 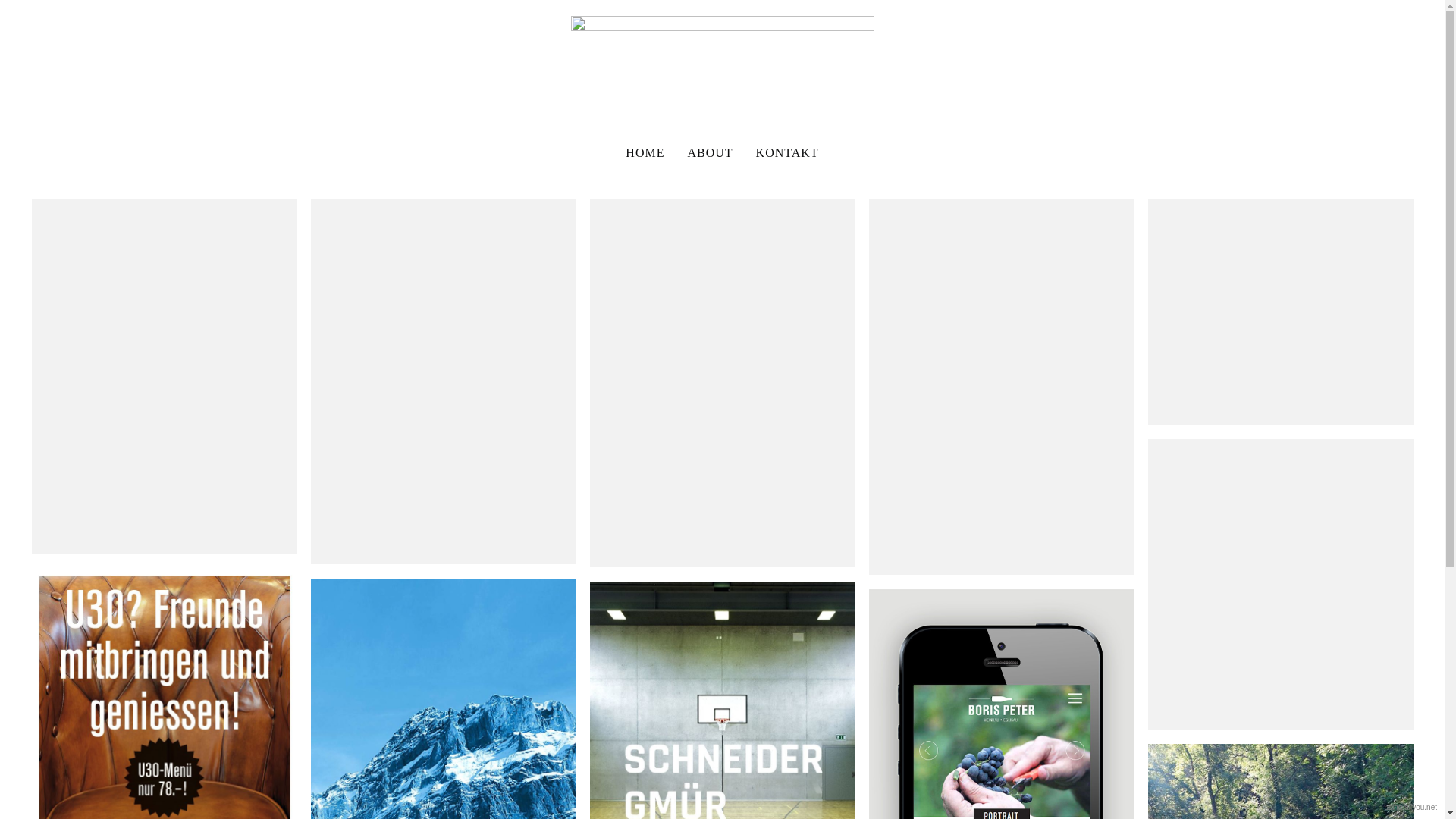 What do you see at coordinates (645, 152) in the screenshot?
I see `'HOME'` at bounding box center [645, 152].